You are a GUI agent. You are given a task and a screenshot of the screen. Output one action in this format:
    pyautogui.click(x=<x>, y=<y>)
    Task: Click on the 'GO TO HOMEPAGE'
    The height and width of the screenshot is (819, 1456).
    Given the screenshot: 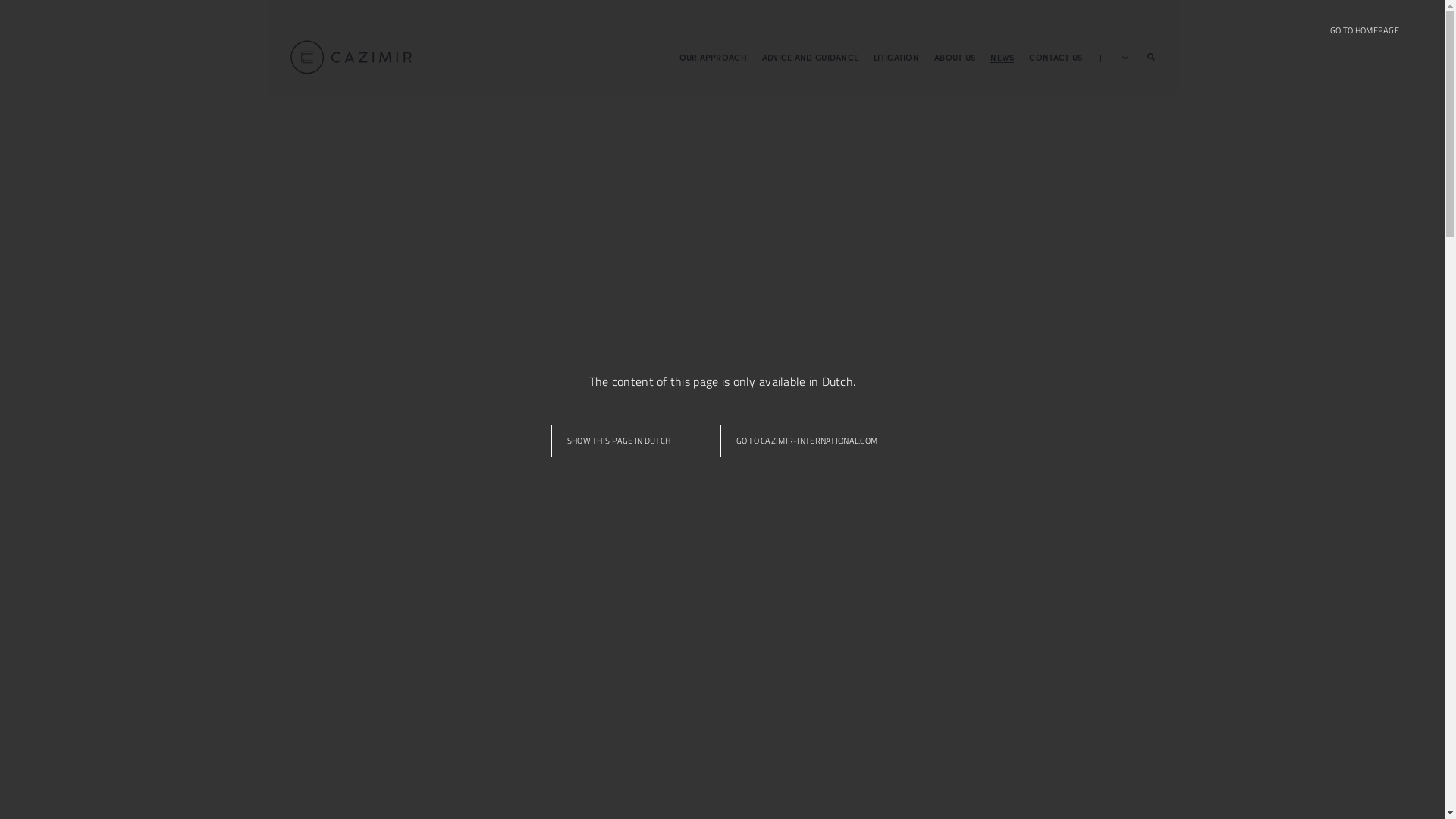 What is the action you would take?
    pyautogui.click(x=1364, y=30)
    